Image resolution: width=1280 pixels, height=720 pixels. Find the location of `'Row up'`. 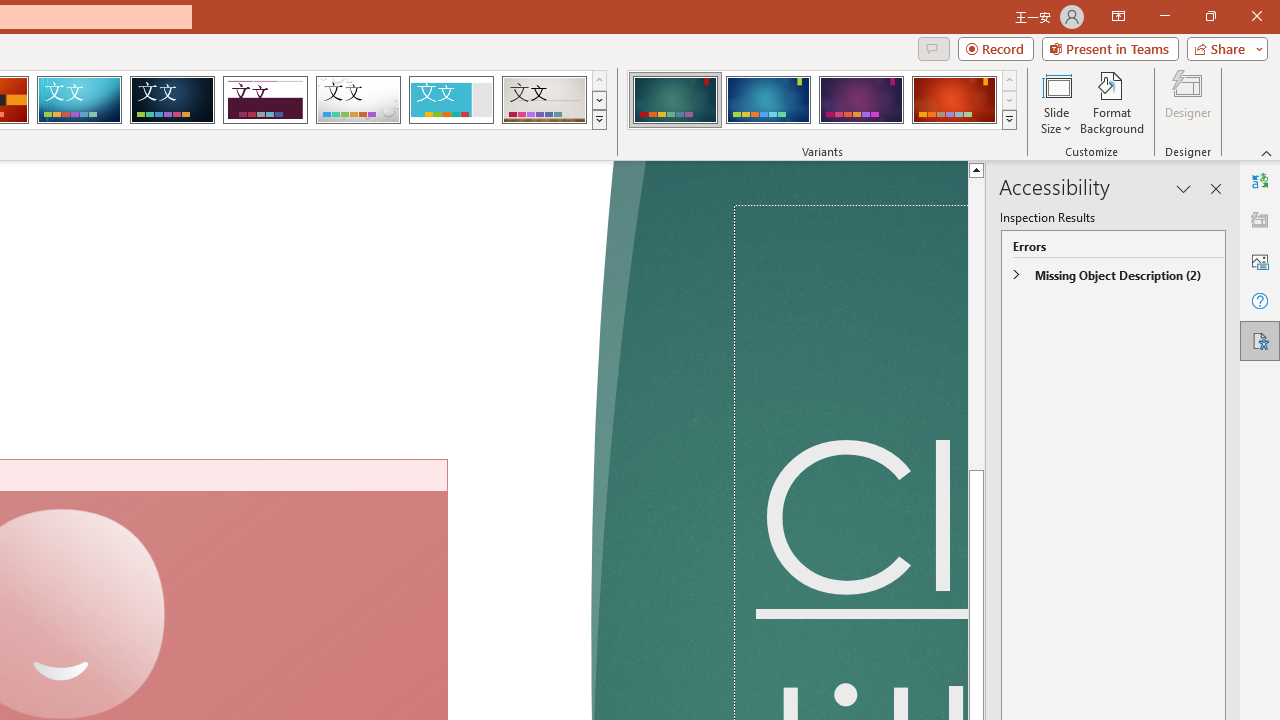

'Row up' is located at coordinates (1009, 79).